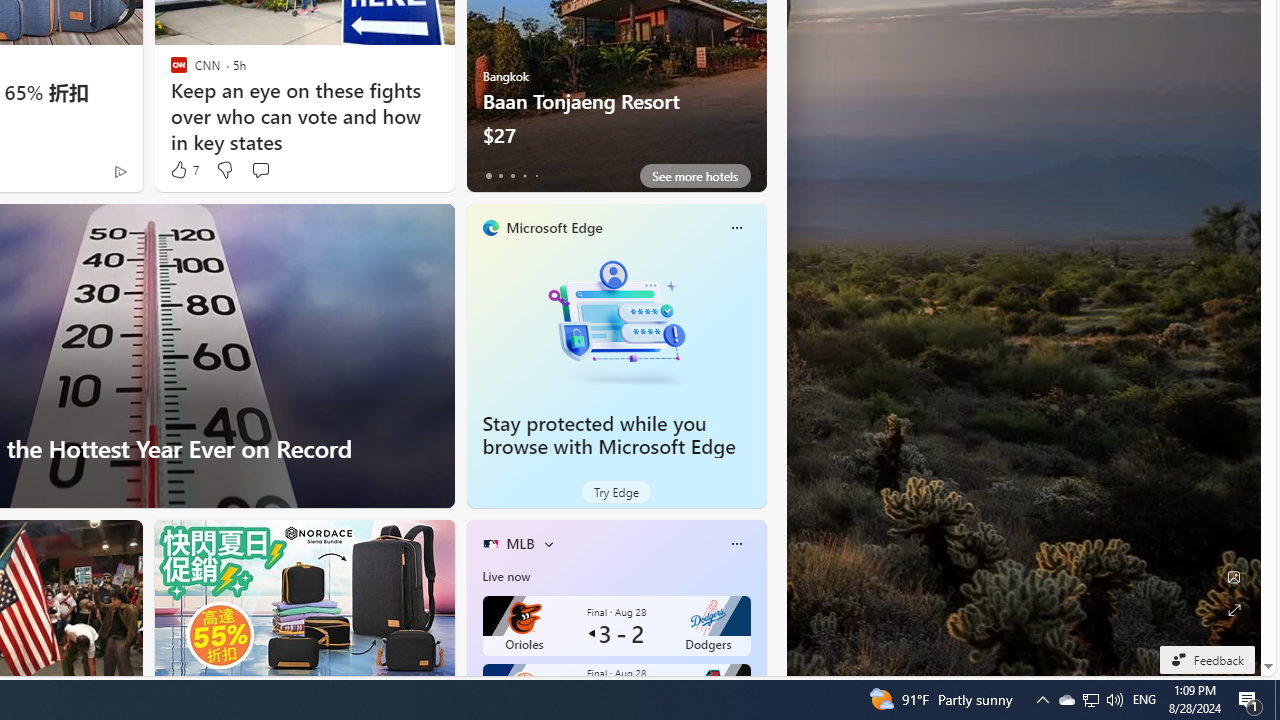 This screenshot has width=1280, height=720. I want to click on 'tab-3', so click(524, 175).